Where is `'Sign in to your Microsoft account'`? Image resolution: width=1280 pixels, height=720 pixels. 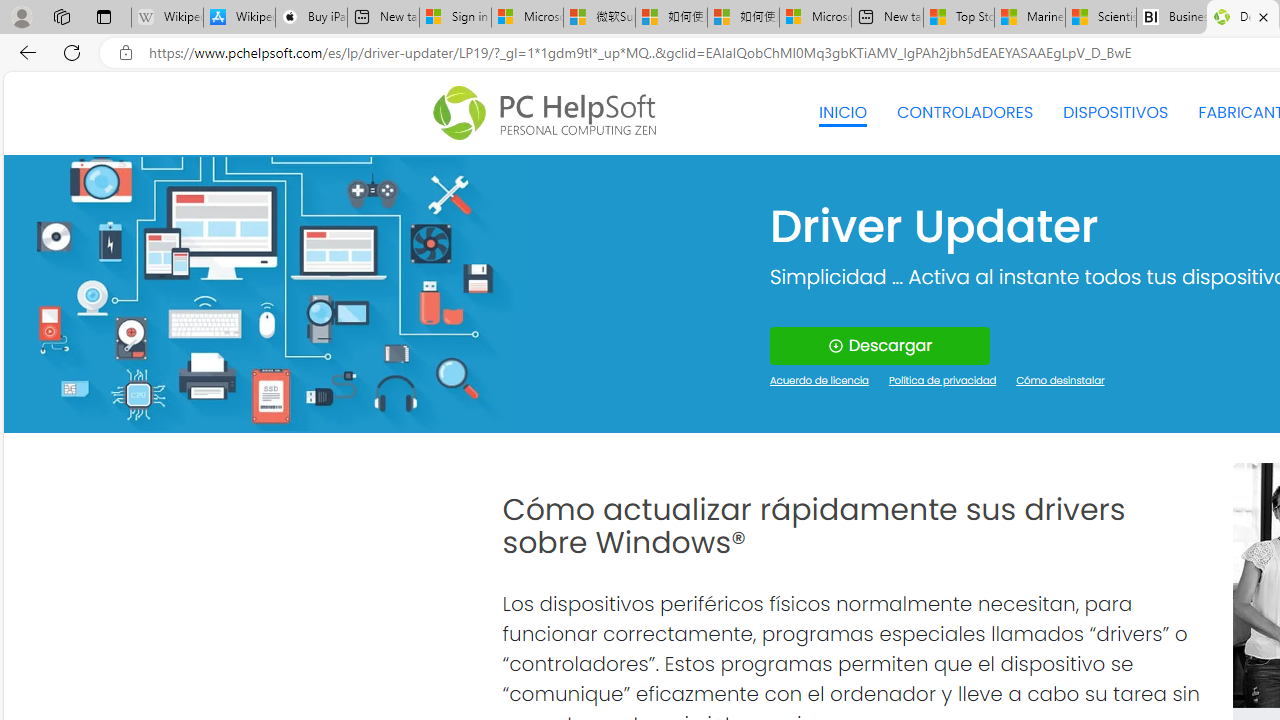 'Sign in to your Microsoft account' is located at coordinates (454, 17).